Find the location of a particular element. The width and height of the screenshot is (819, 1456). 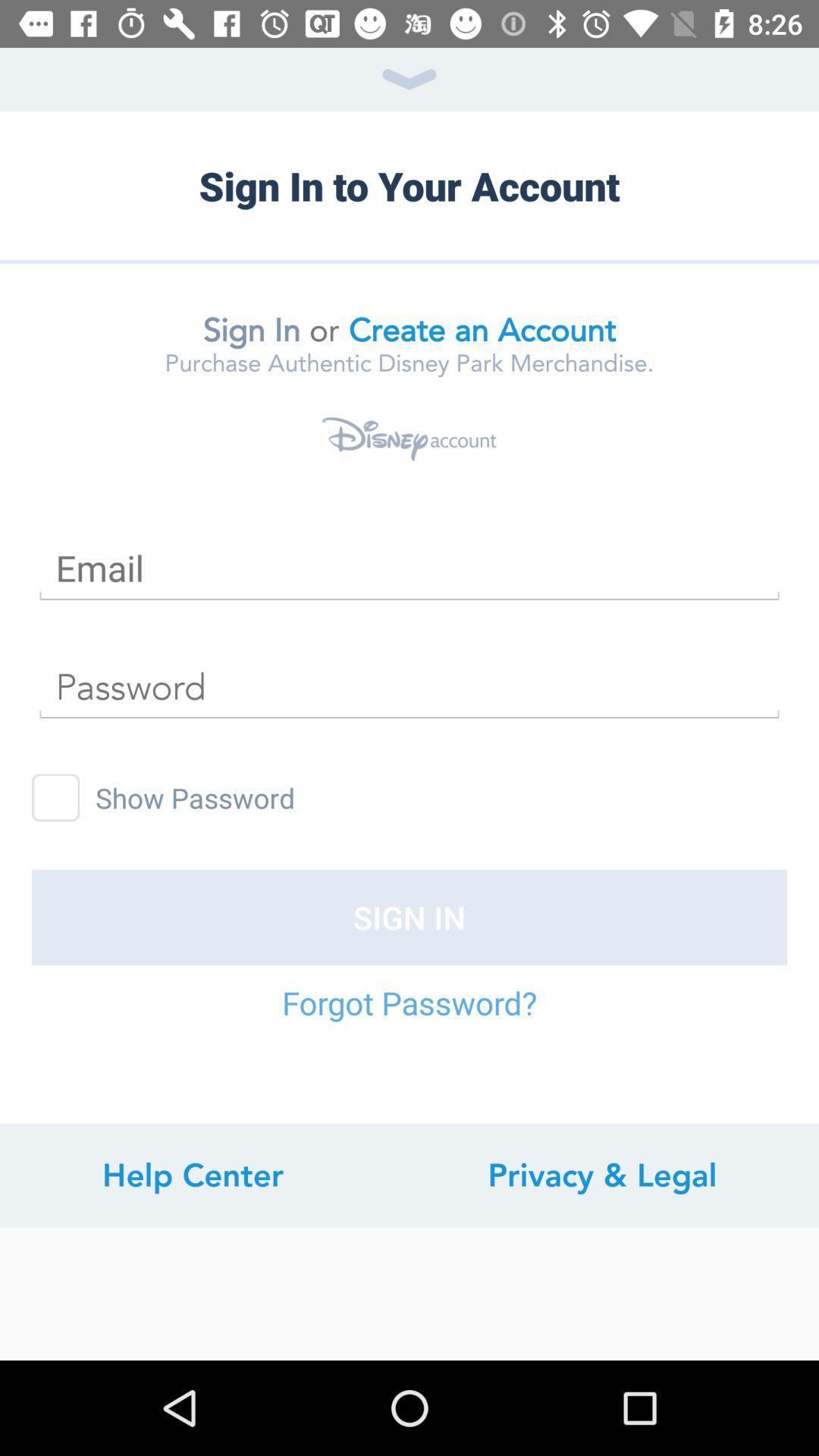

help center icon is located at coordinates (192, 1175).